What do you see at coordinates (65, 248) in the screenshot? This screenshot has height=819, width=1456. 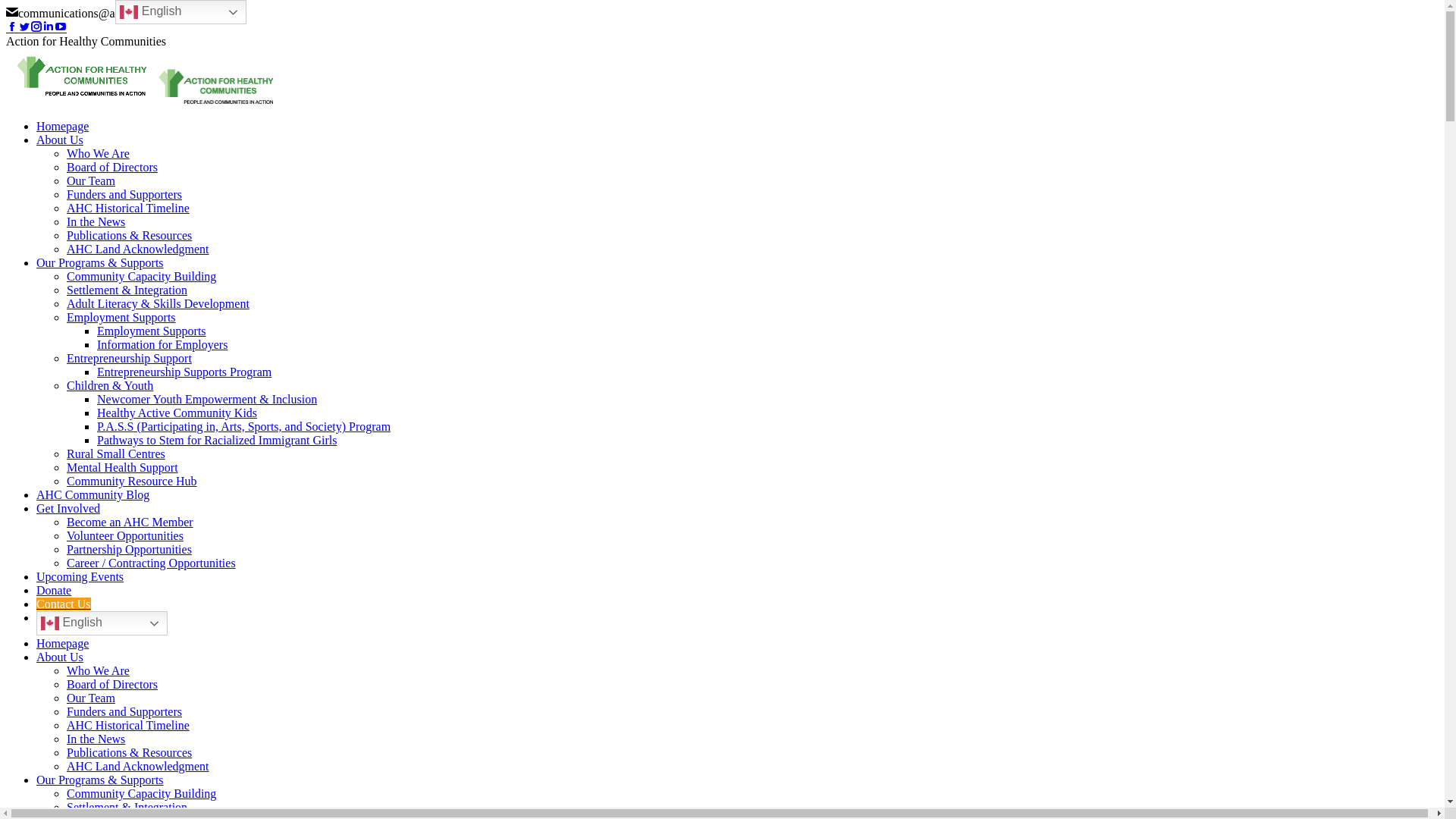 I see `'AHC Land Acknowledgment'` at bounding box center [65, 248].